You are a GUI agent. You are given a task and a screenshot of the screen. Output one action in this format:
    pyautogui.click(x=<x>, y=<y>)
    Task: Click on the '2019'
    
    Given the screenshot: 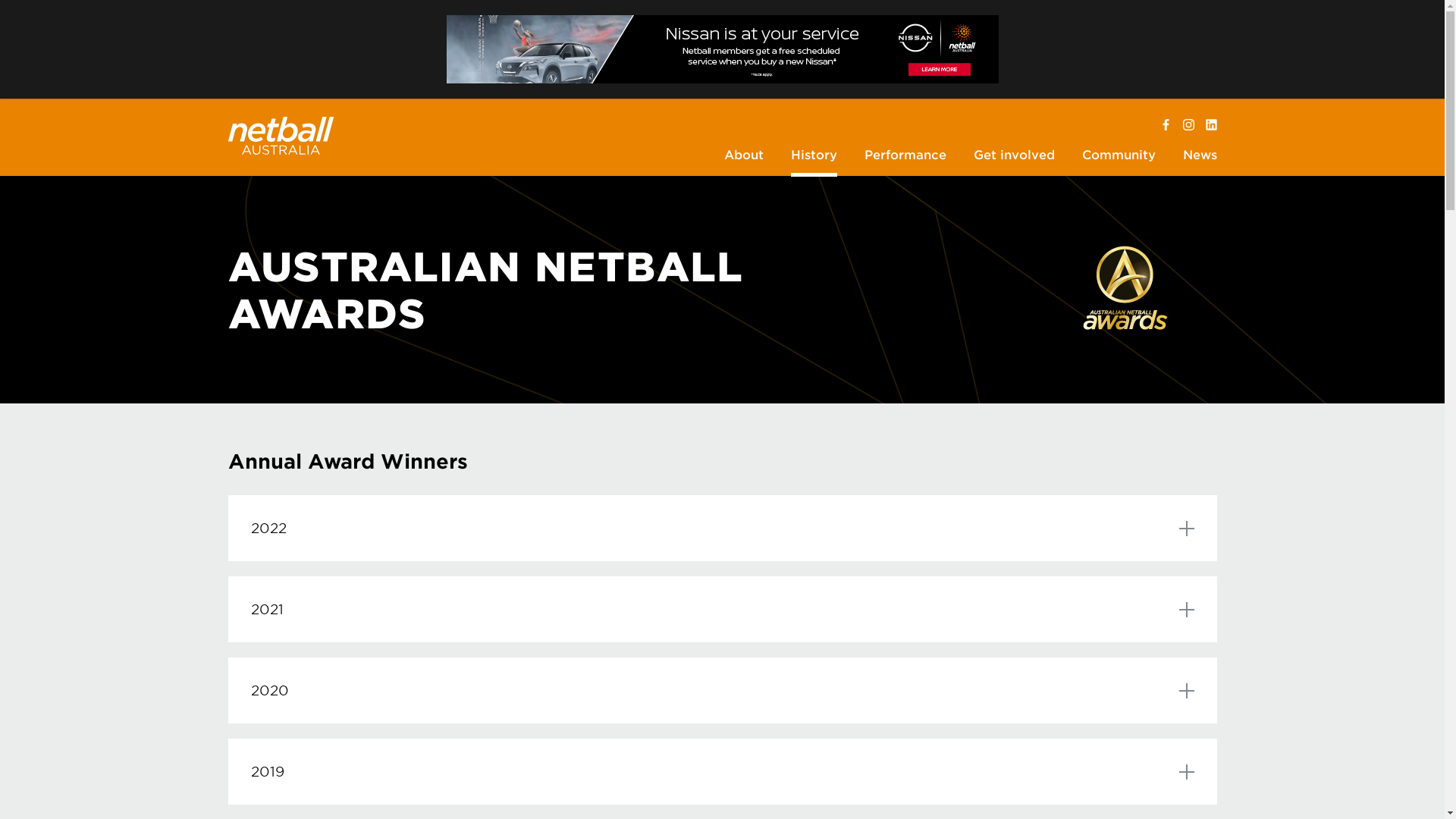 What is the action you would take?
    pyautogui.click(x=720, y=771)
    